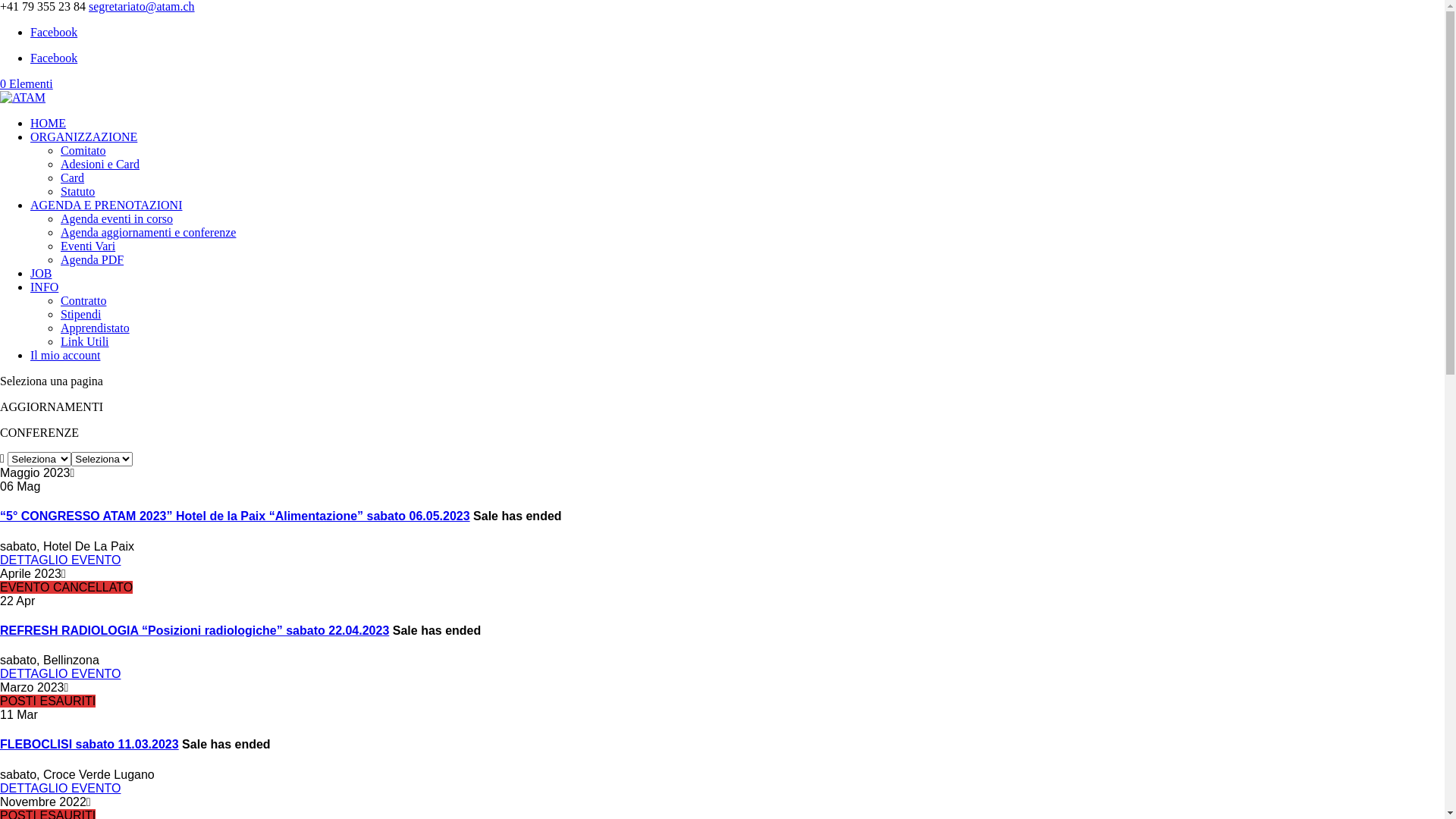  I want to click on 'Adesioni e Card', so click(99, 164).